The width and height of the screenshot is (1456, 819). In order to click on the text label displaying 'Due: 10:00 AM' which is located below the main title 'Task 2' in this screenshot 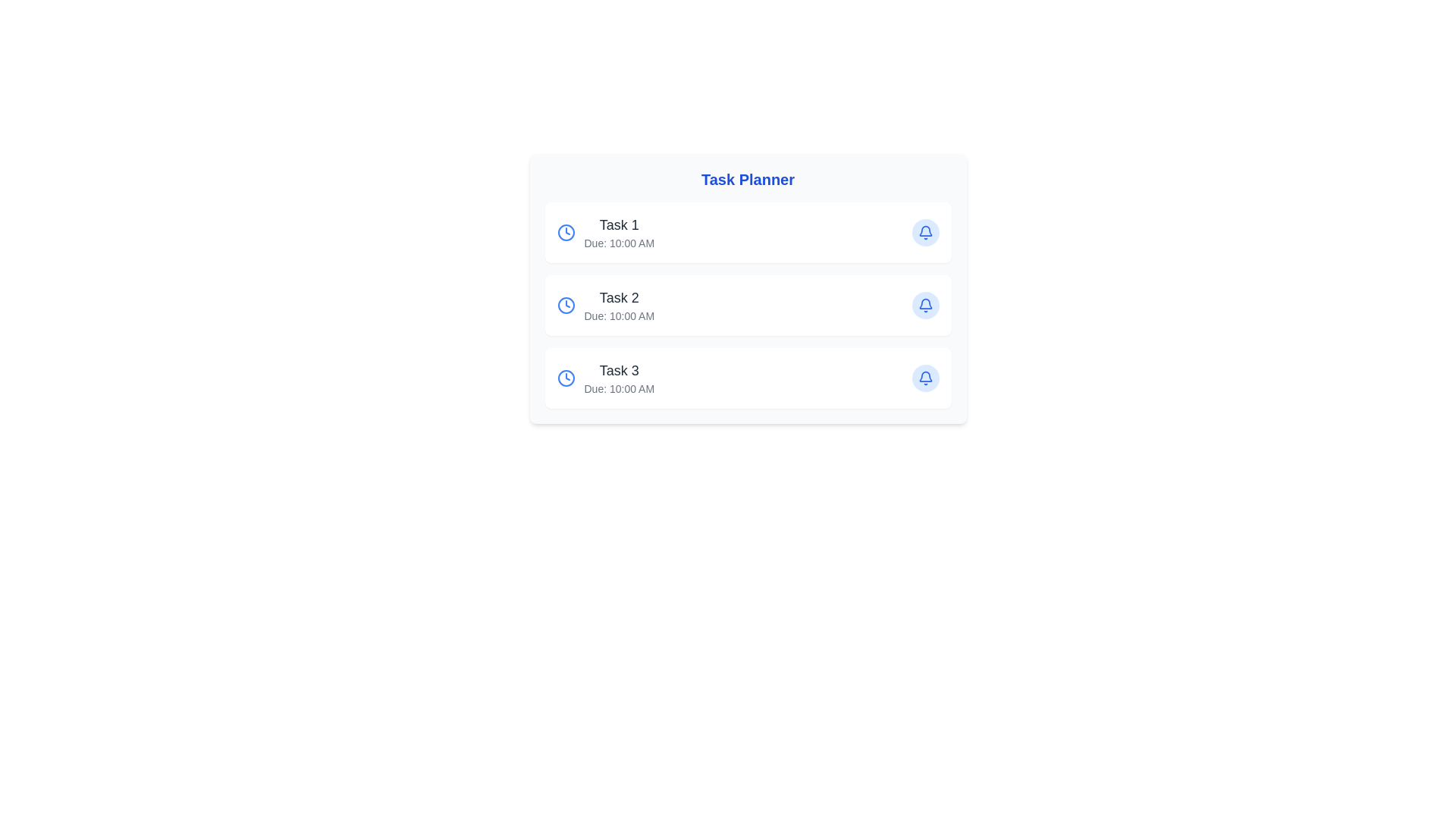, I will do `click(619, 315)`.